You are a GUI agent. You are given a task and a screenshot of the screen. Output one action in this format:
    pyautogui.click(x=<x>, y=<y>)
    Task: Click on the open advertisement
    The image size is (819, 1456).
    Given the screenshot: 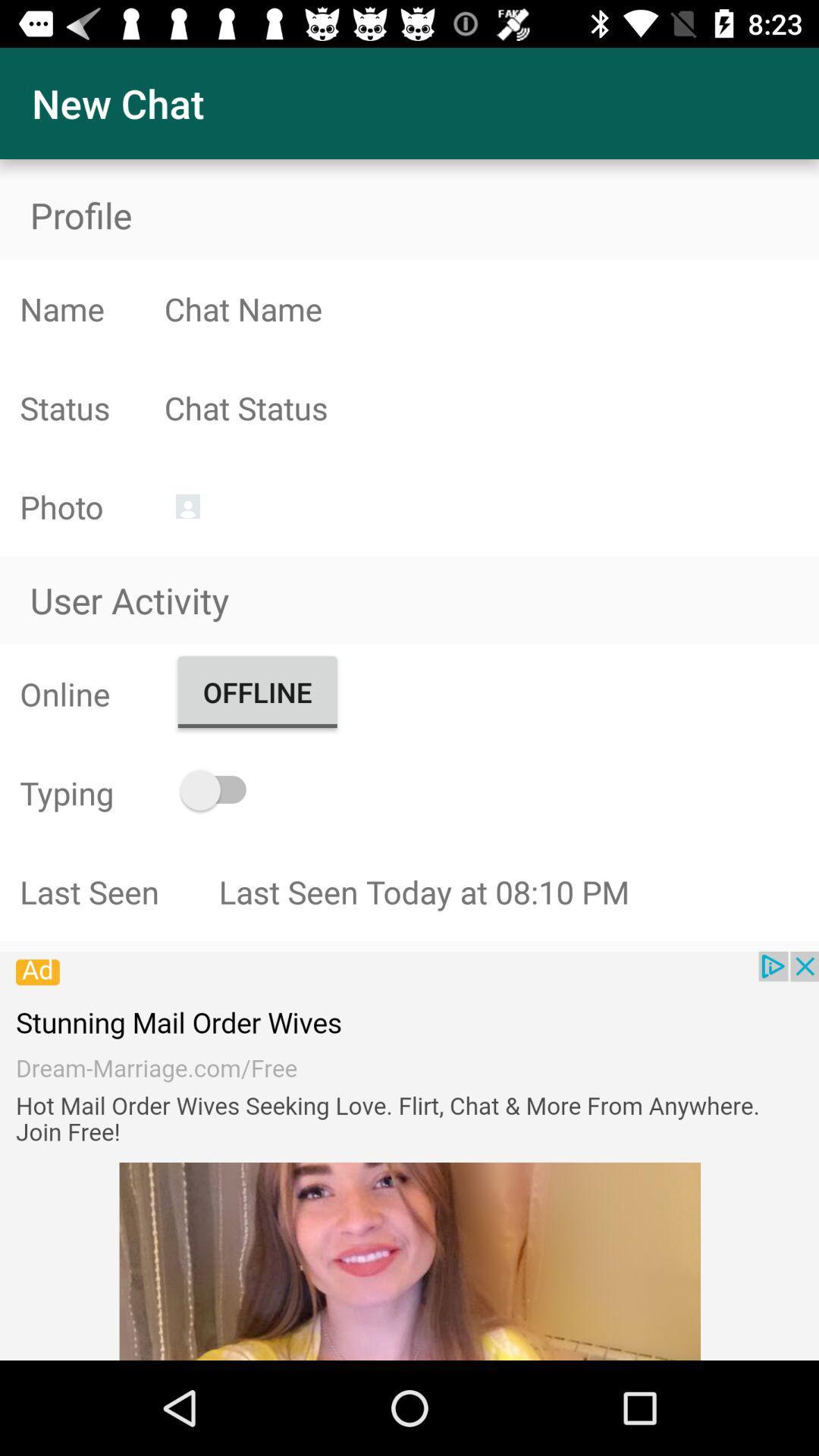 What is the action you would take?
    pyautogui.click(x=409, y=1155)
    